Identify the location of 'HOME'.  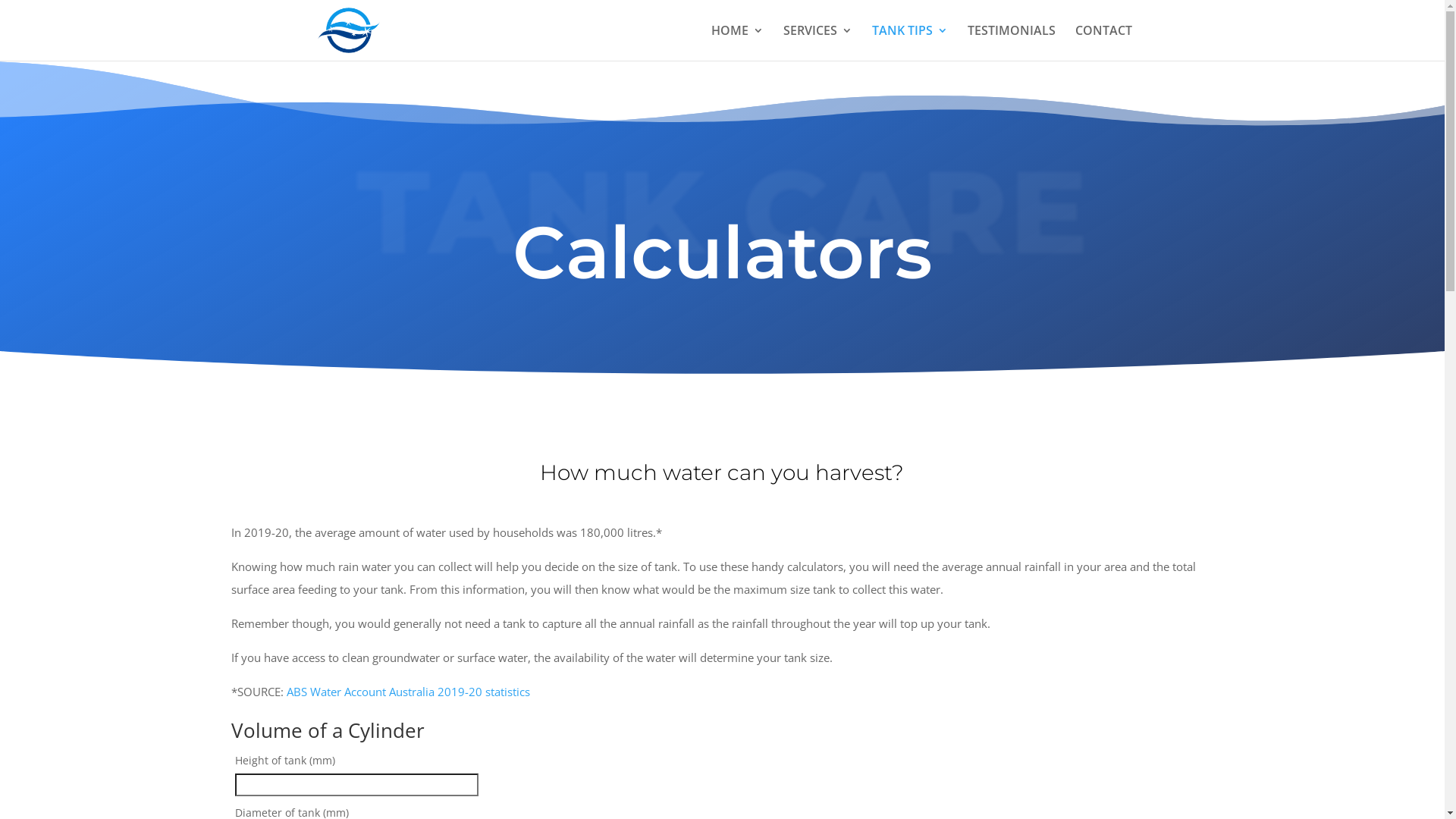
(737, 42).